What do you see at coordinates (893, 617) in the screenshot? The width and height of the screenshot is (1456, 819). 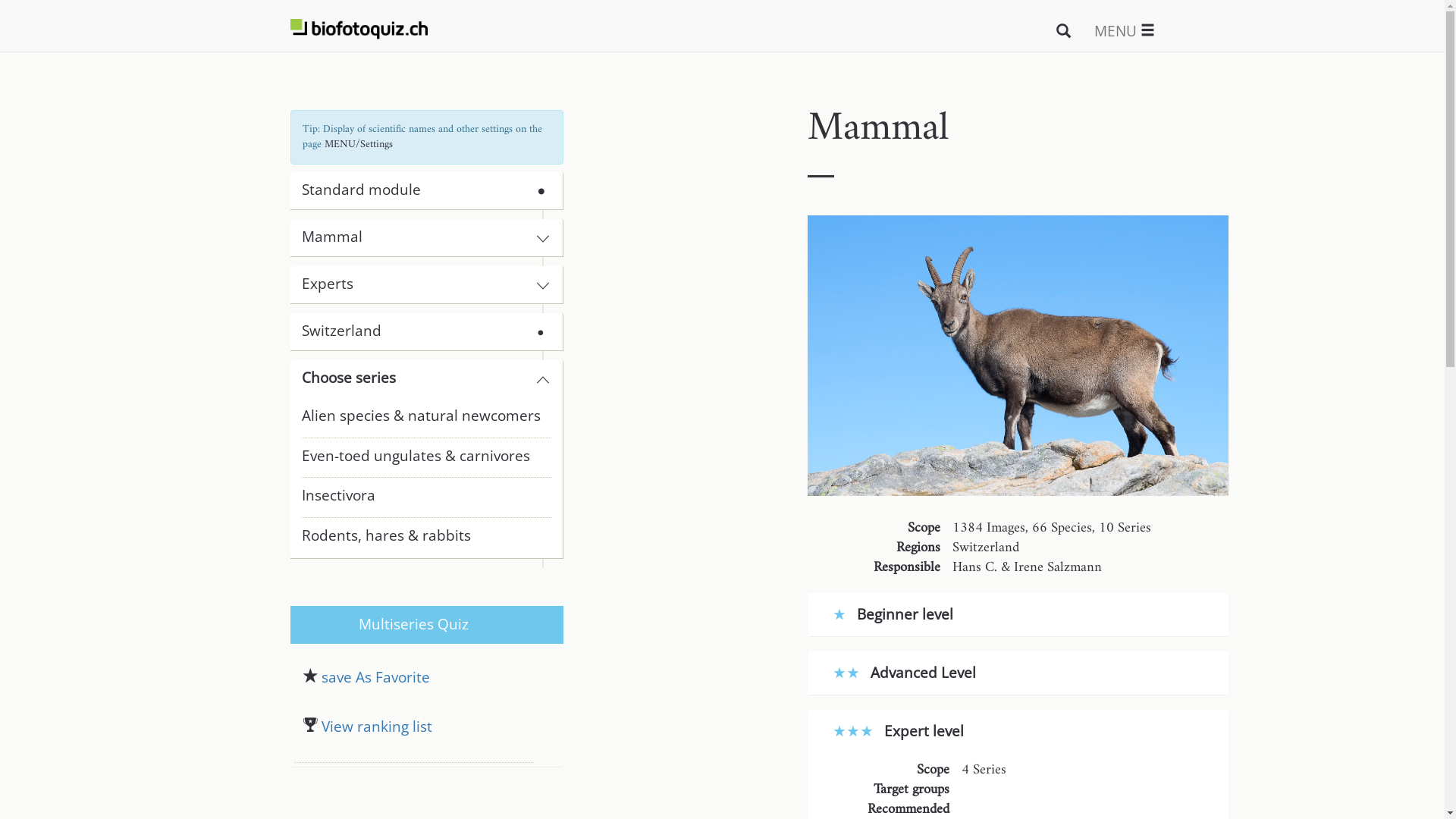 I see `'Beginner level'` at bounding box center [893, 617].